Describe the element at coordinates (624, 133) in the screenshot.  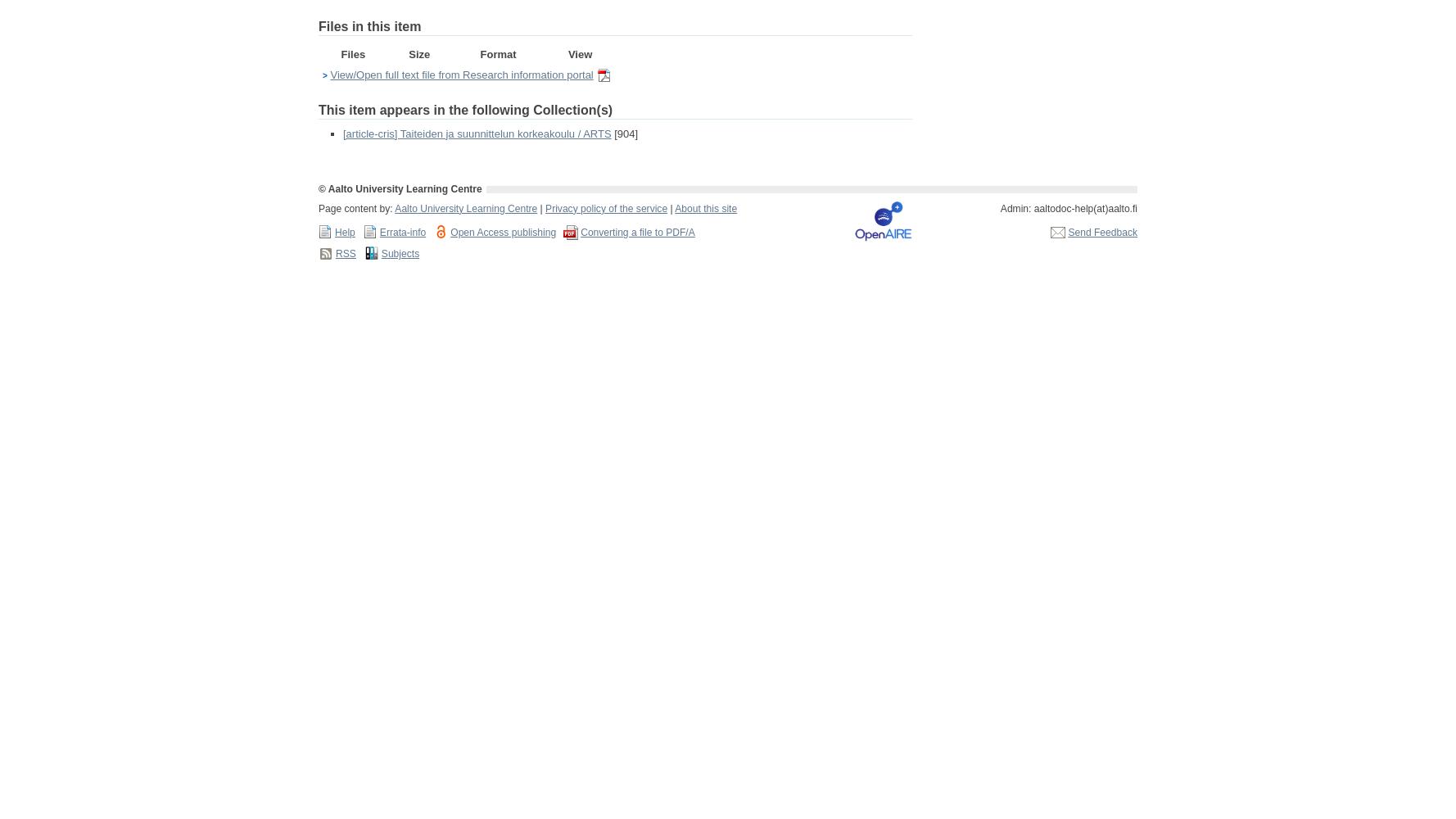
I see `'[904]'` at that location.